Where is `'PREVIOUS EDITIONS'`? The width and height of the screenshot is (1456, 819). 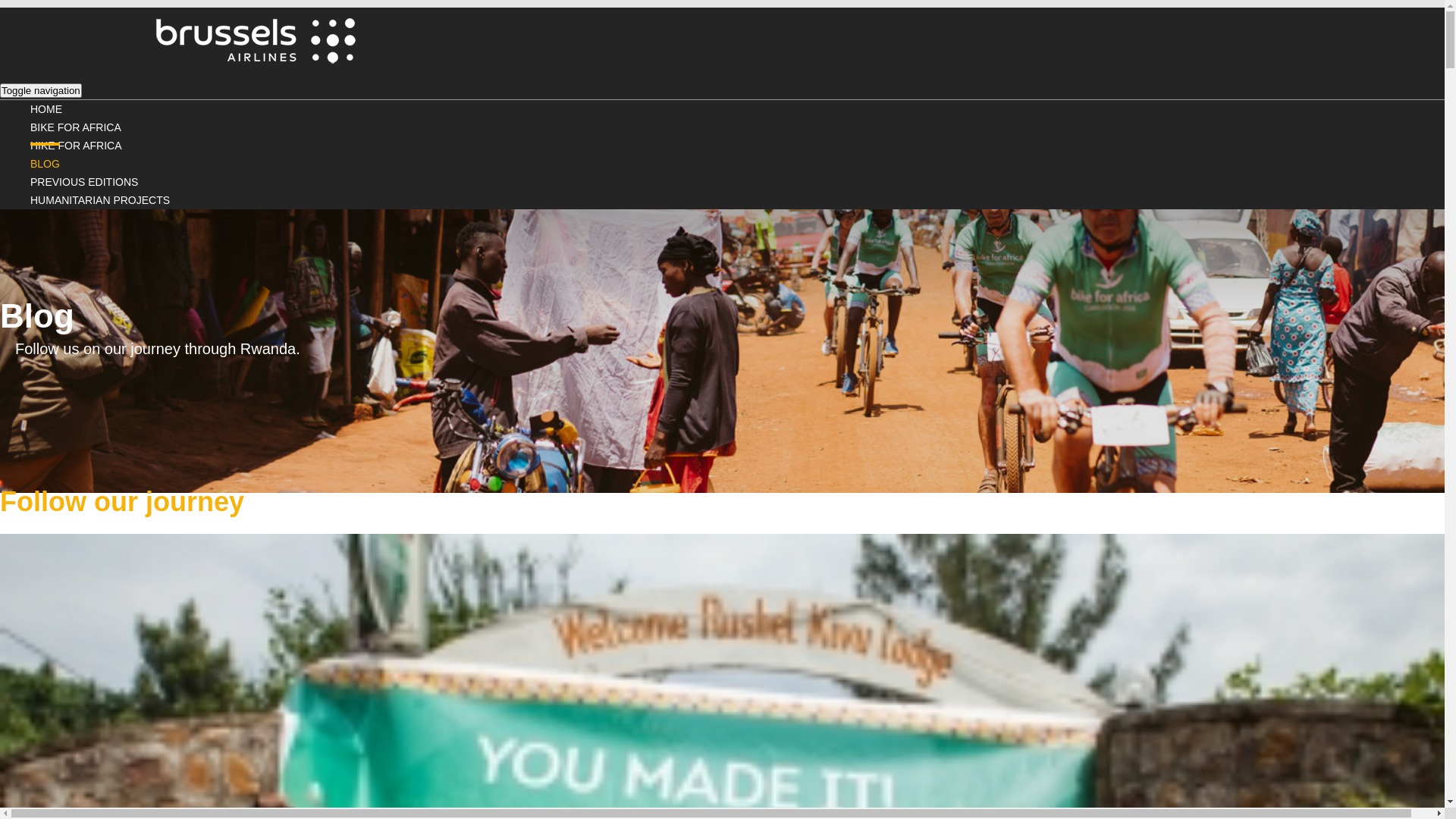
'PREVIOUS EDITIONS' is located at coordinates (83, 180).